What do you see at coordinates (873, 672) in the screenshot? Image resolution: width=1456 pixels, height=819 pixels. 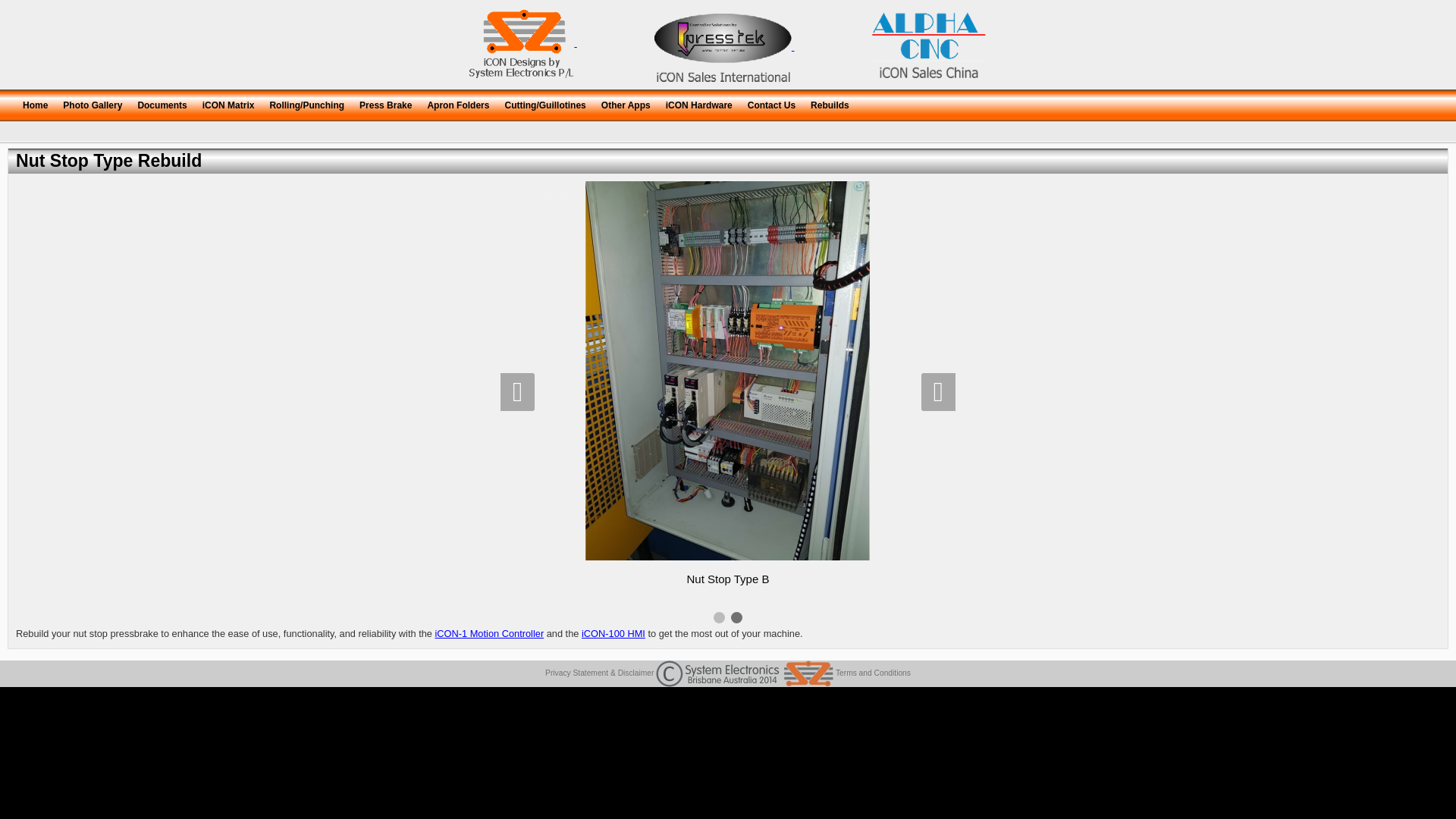 I see `'Terms and Conditions'` at bounding box center [873, 672].